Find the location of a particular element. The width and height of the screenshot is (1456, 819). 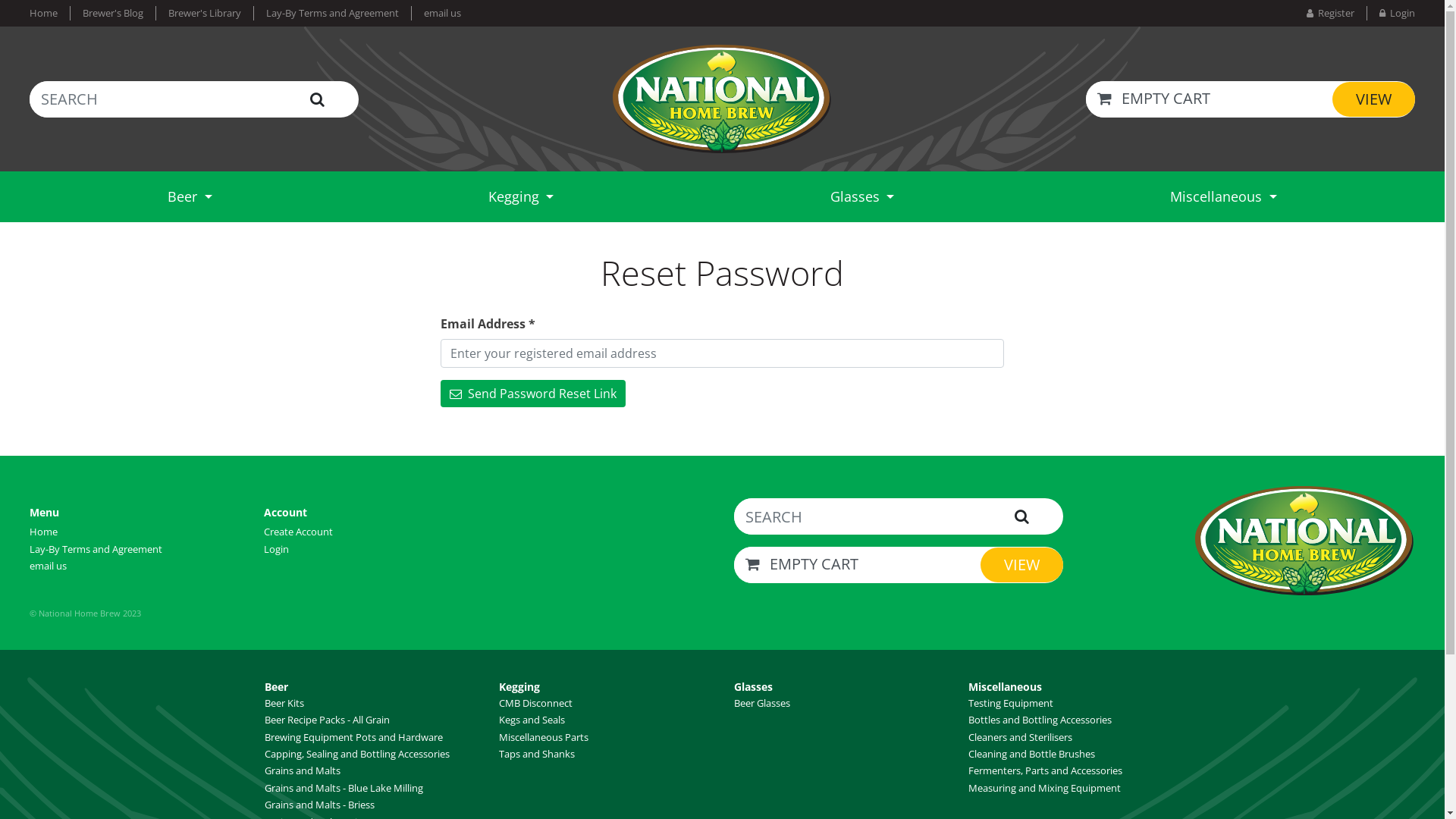

'Beer Kits' is located at coordinates (265, 702).